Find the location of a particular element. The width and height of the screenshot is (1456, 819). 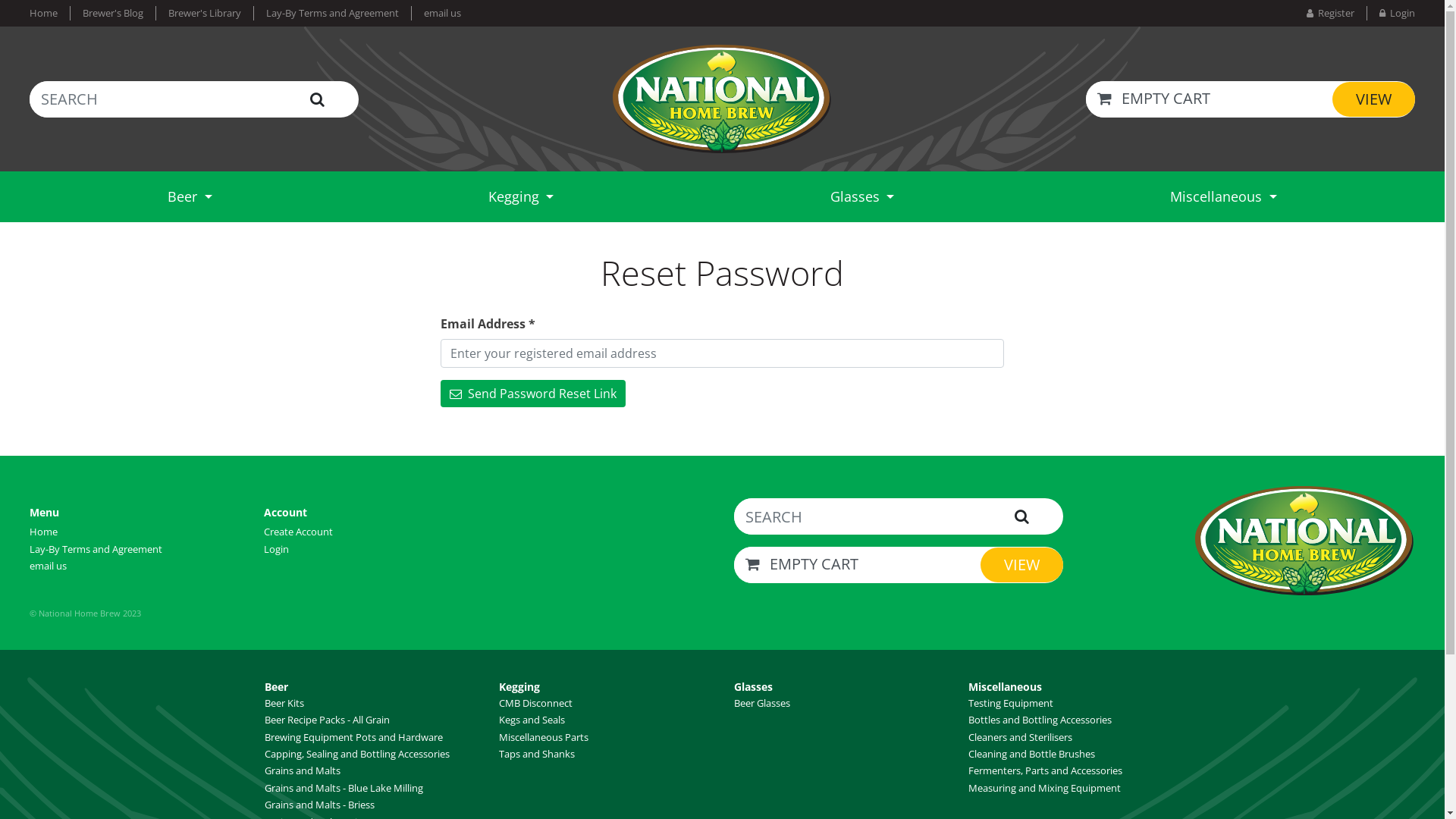

'Beer Kits' is located at coordinates (265, 702).